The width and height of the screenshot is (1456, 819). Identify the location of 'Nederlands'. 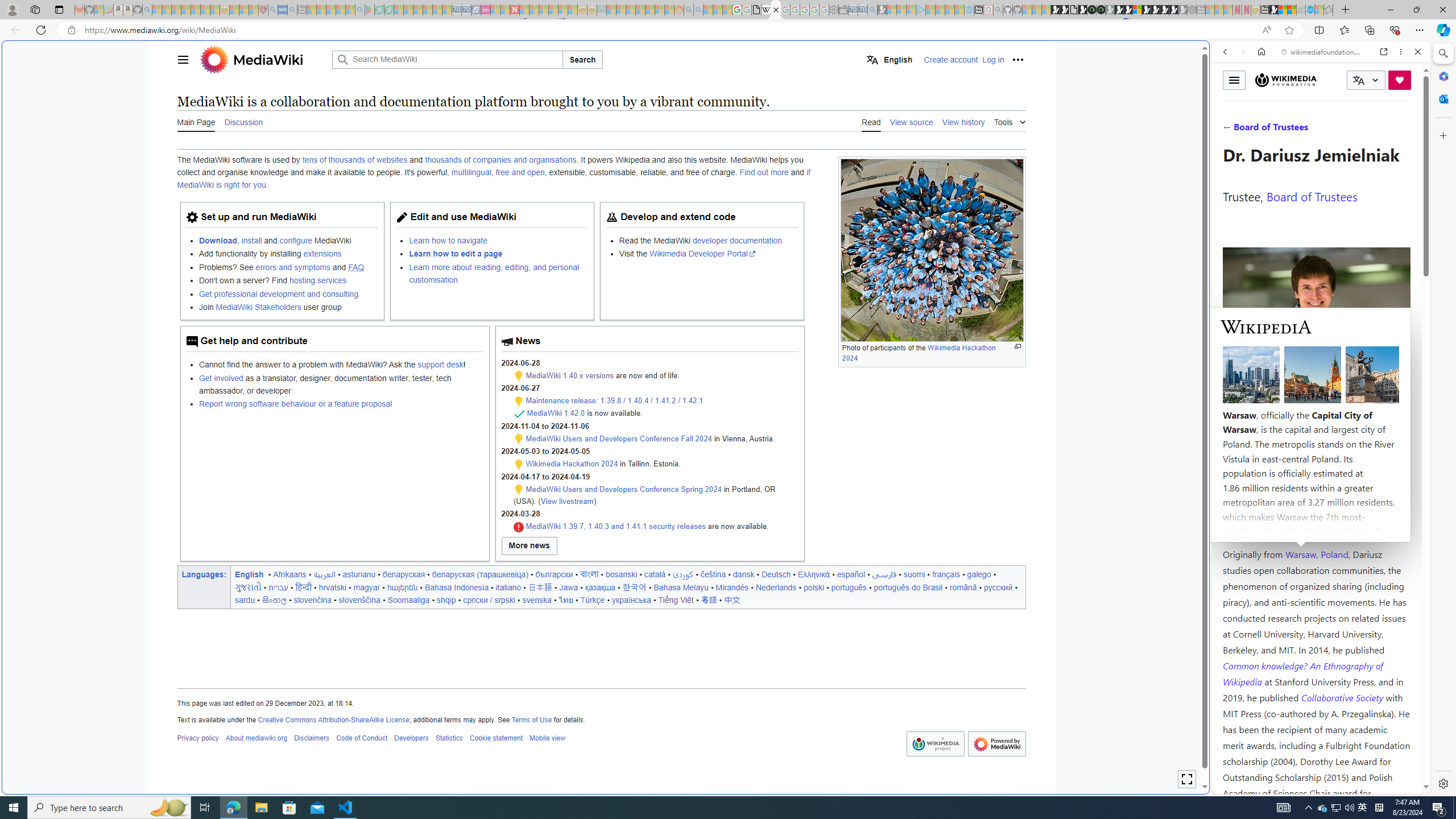
(775, 586).